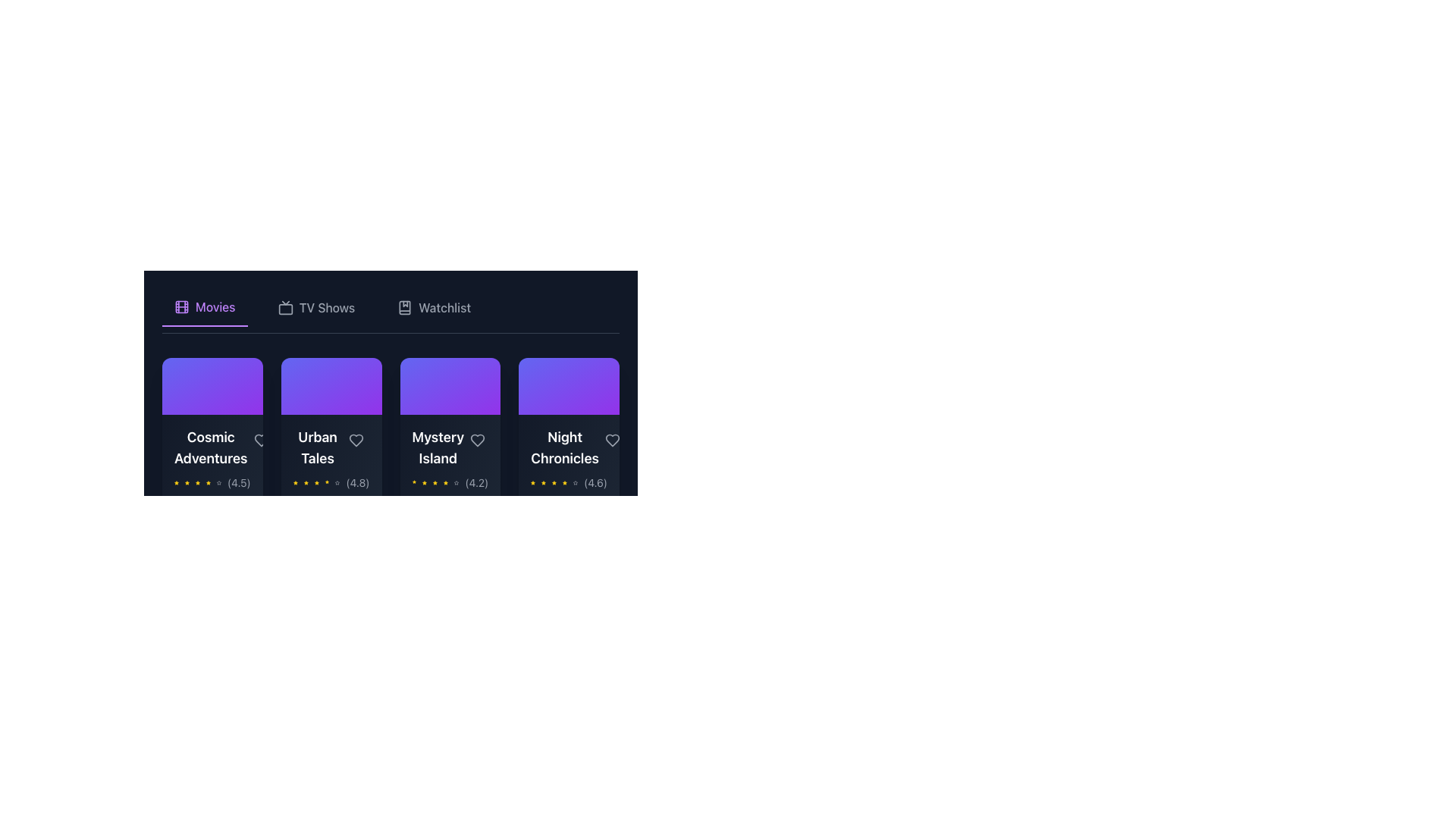 This screenshot has width=1456, height=819. Describe the element at coordinates (595, 482) in the screenshot. I see `numerical rating value displayed in the text label located at the bottom-right area of the card labeled 'Night Chronicles', which is positioned next to the yellow stars` at that location.